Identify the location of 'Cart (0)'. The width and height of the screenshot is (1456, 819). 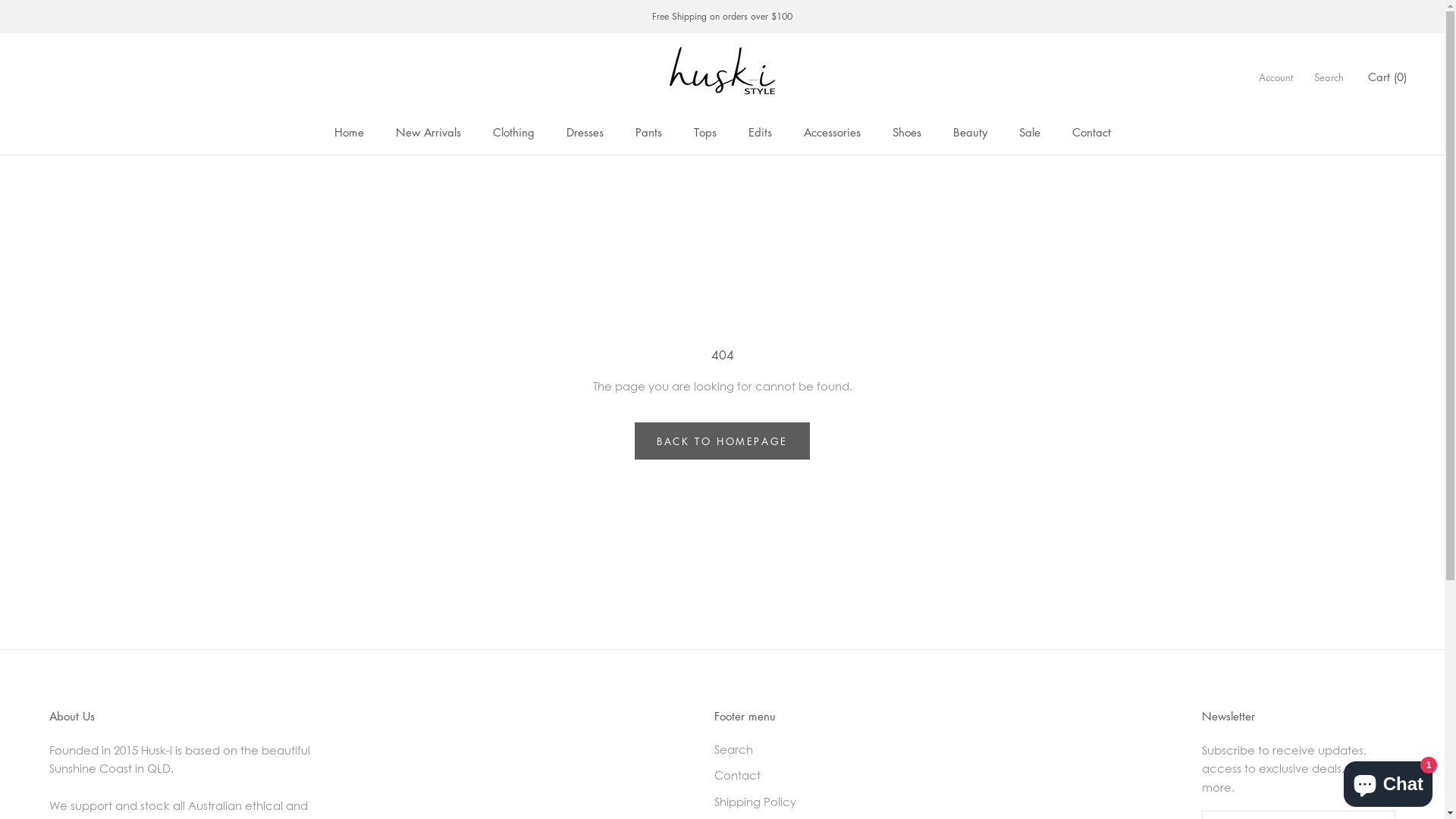
(1387, 76).